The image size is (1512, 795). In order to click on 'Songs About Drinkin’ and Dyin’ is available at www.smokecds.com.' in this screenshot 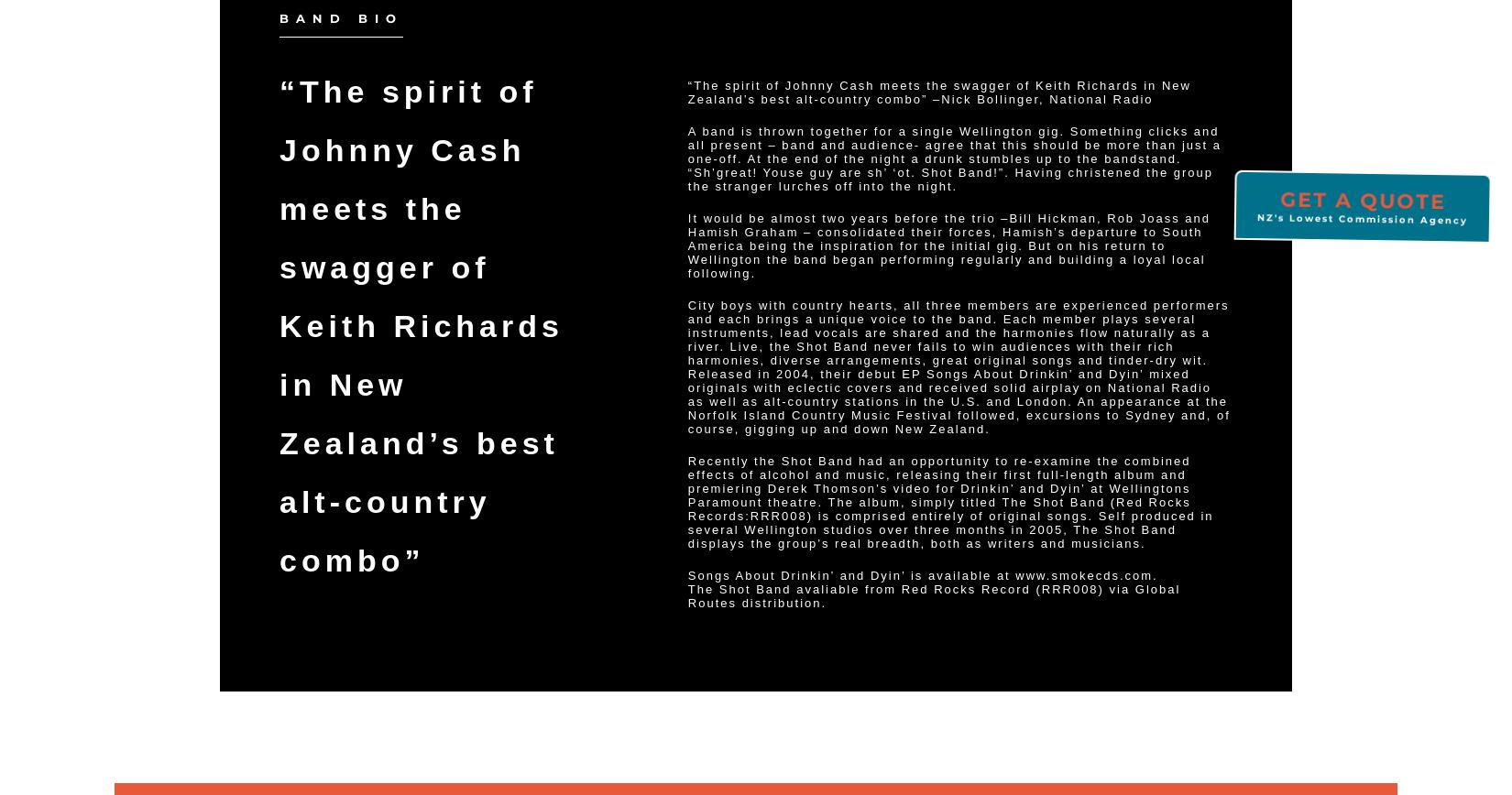, I will do `click(922, 574)`.